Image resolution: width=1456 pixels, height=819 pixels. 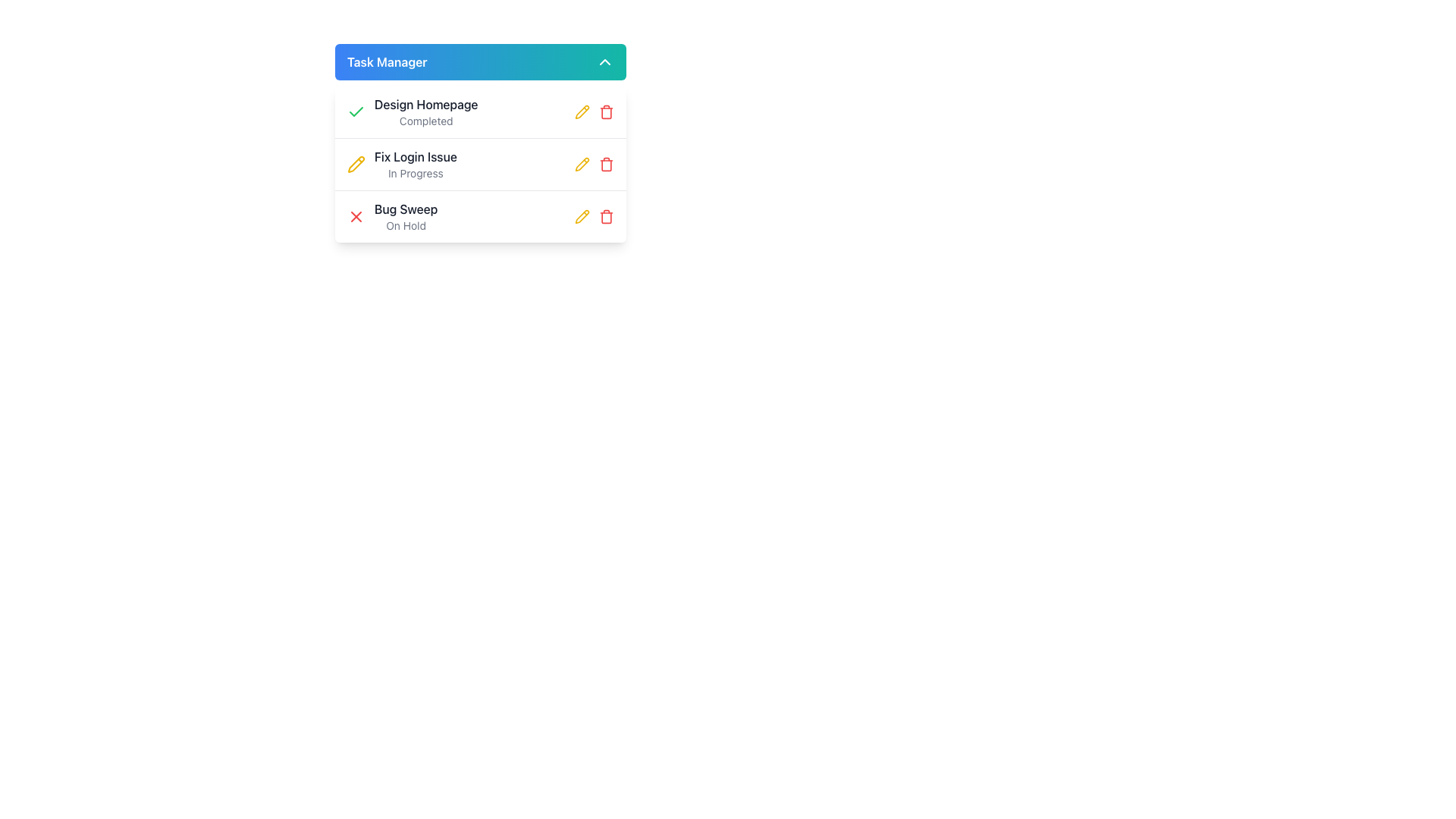 I want to click on the 'Design Homepage' text label, which is the leftmost label in the first row of the vertical task list, so click(x=425, y=104).